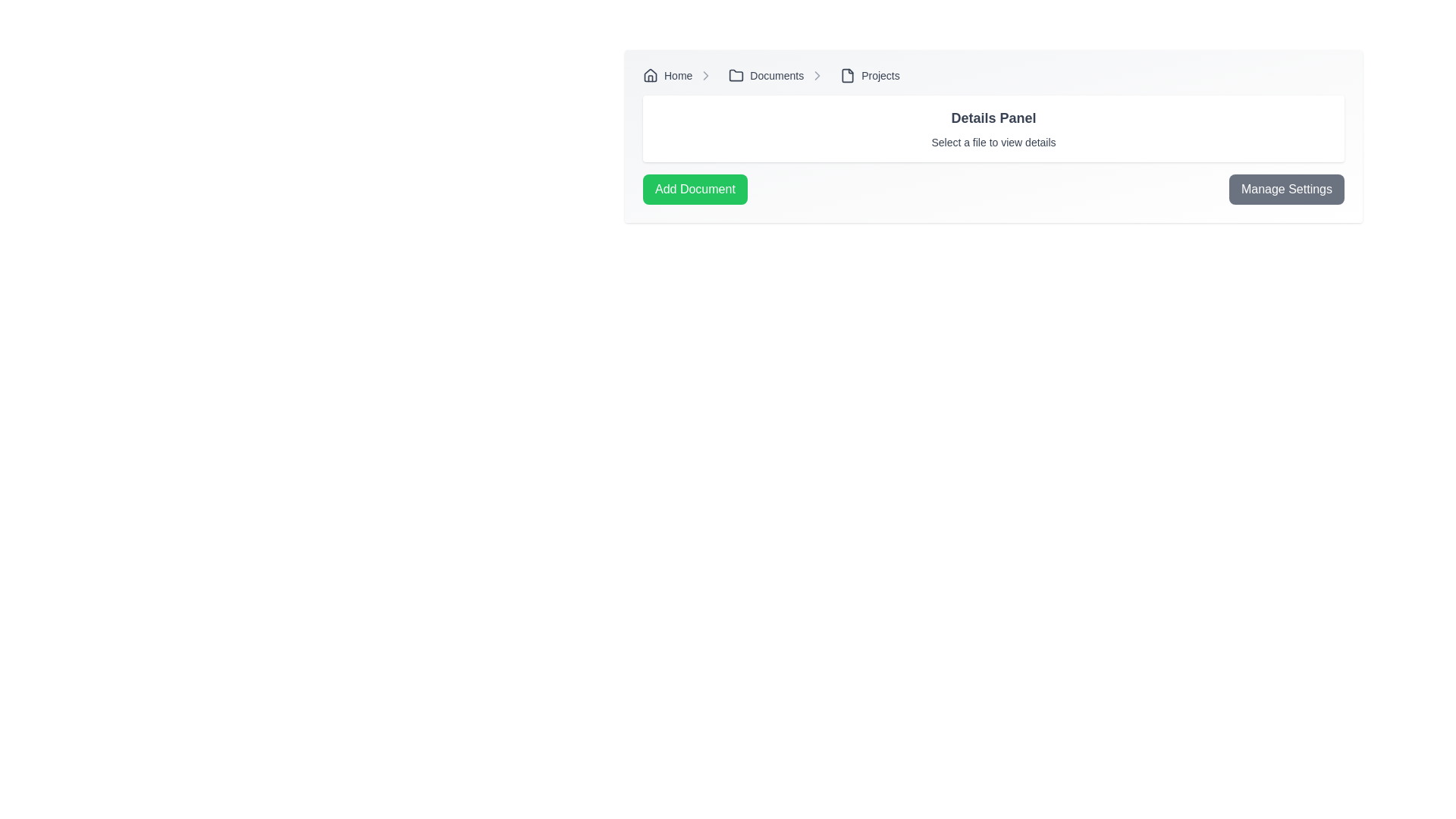 This screenshot has height=819, width=1456. I want to click on the folder icon located in the breadcrumb navigation bar, which is styled with a dark gray or black outline and is directly to the left of the 'Documents' text label, so click(736, 76).